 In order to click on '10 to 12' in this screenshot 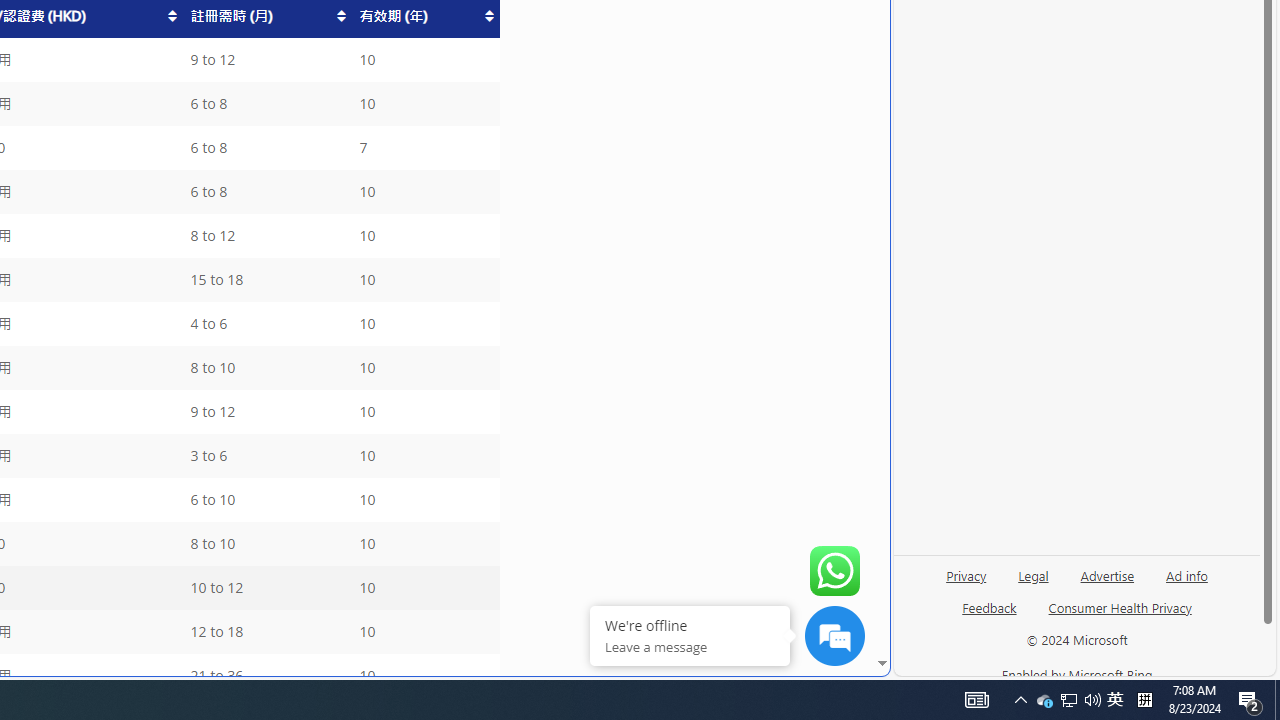, I will do `click(265, 587)`.